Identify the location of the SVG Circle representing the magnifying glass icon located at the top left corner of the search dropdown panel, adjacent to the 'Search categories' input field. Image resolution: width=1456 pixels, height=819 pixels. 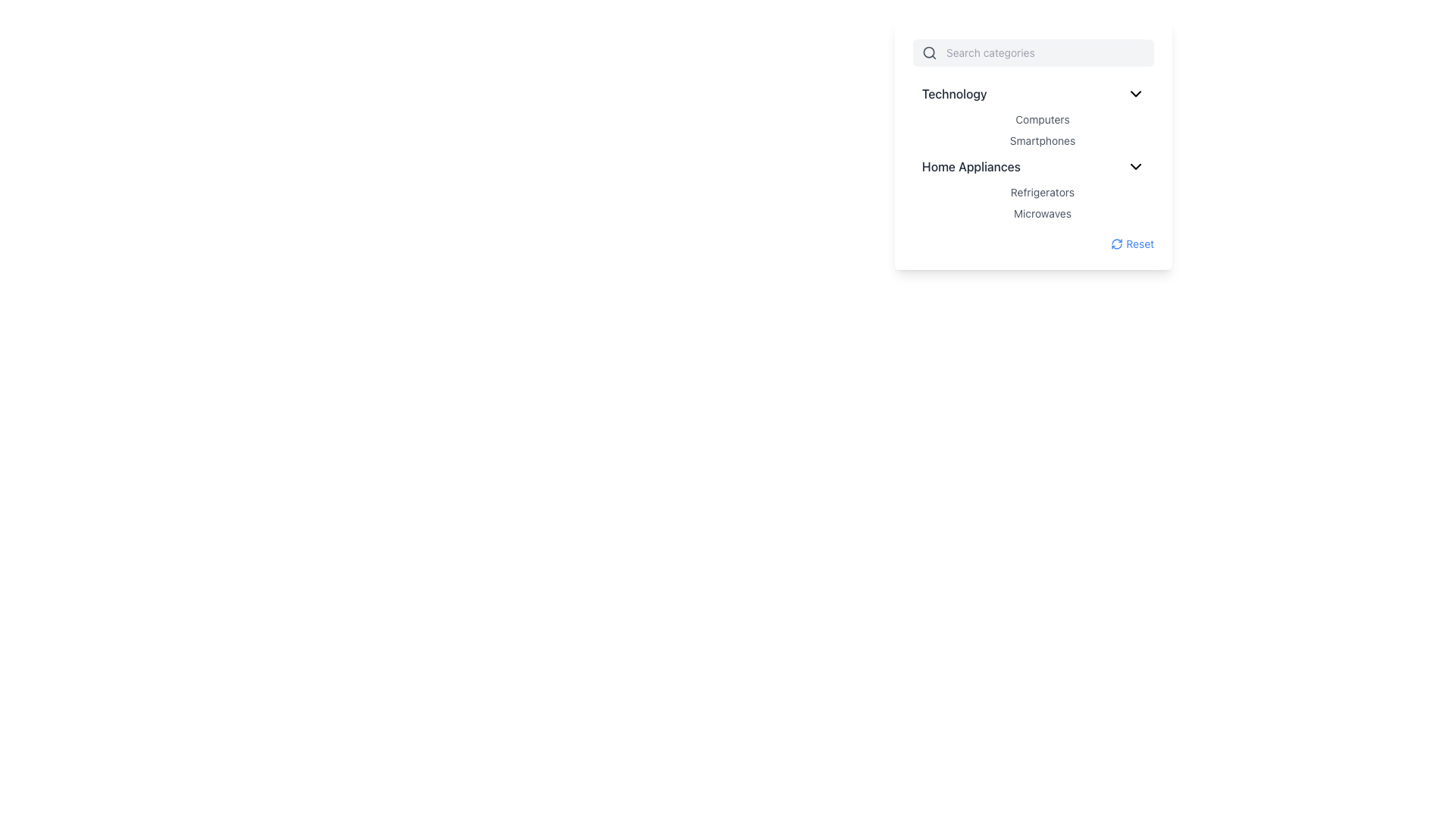
(928, 52).